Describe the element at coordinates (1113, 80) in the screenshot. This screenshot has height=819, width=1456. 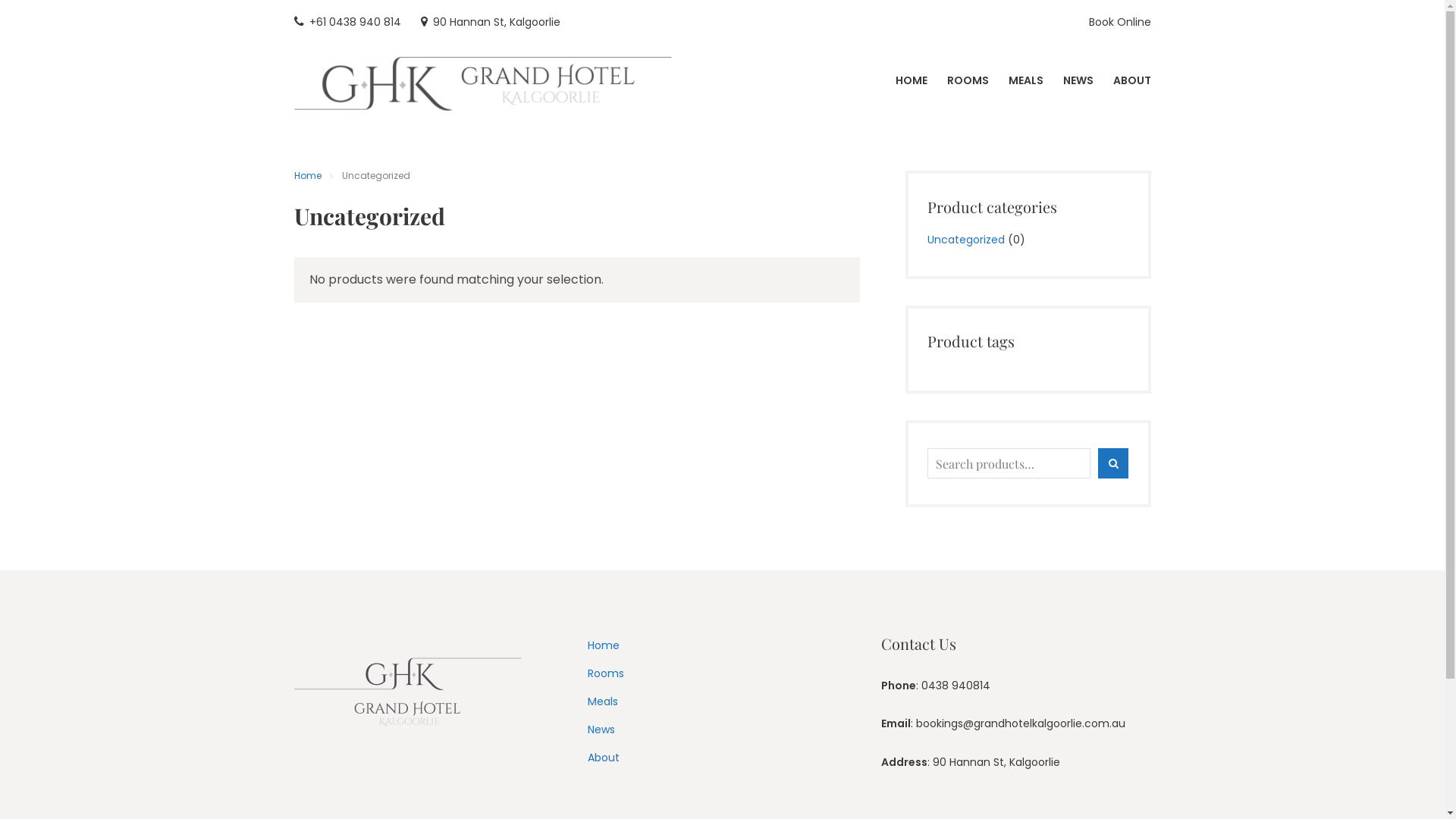
I see `'ABOUT'` at that location.